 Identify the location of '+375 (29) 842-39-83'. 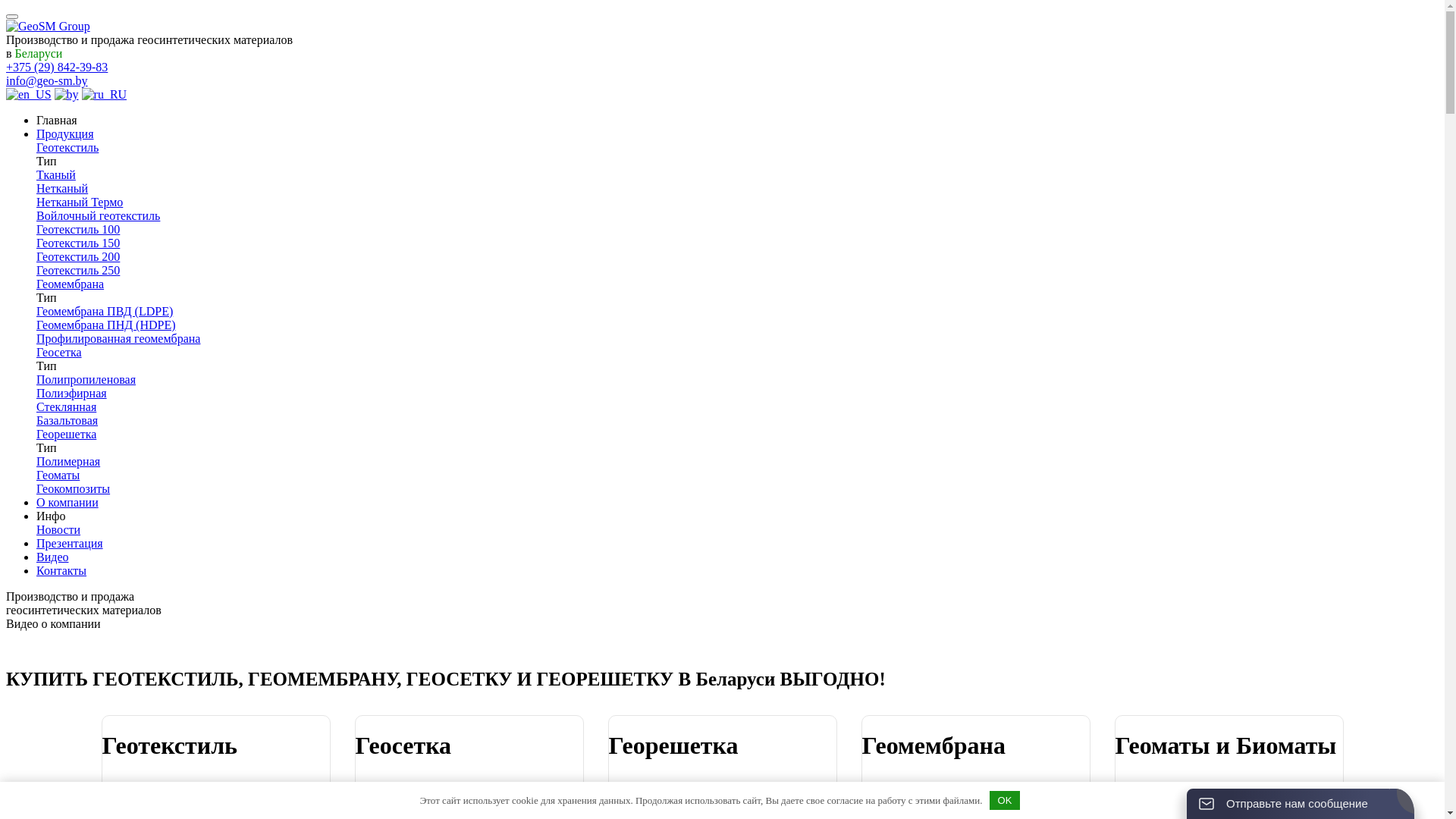
(6, 66).